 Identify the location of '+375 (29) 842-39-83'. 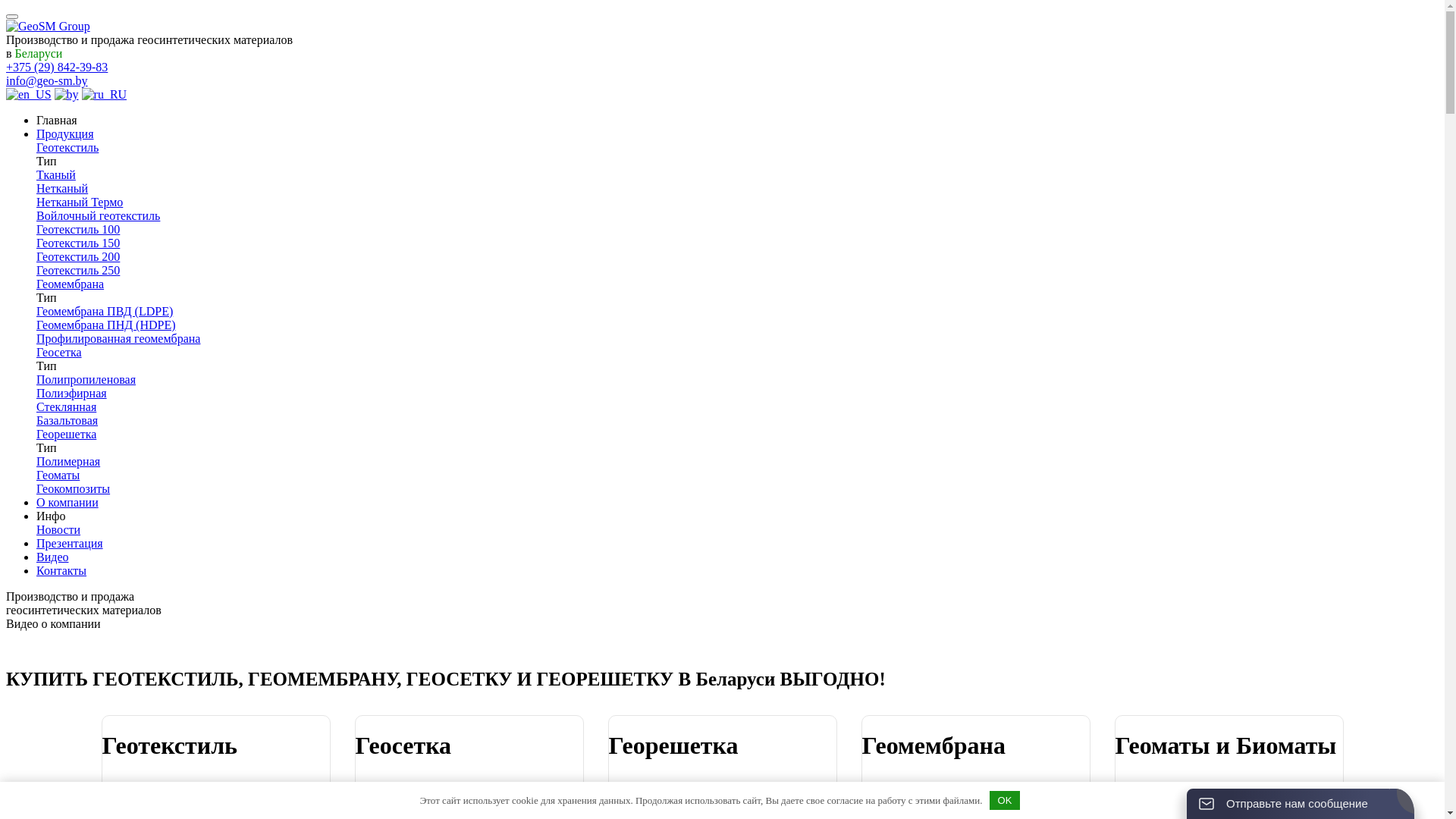
(6, 66).